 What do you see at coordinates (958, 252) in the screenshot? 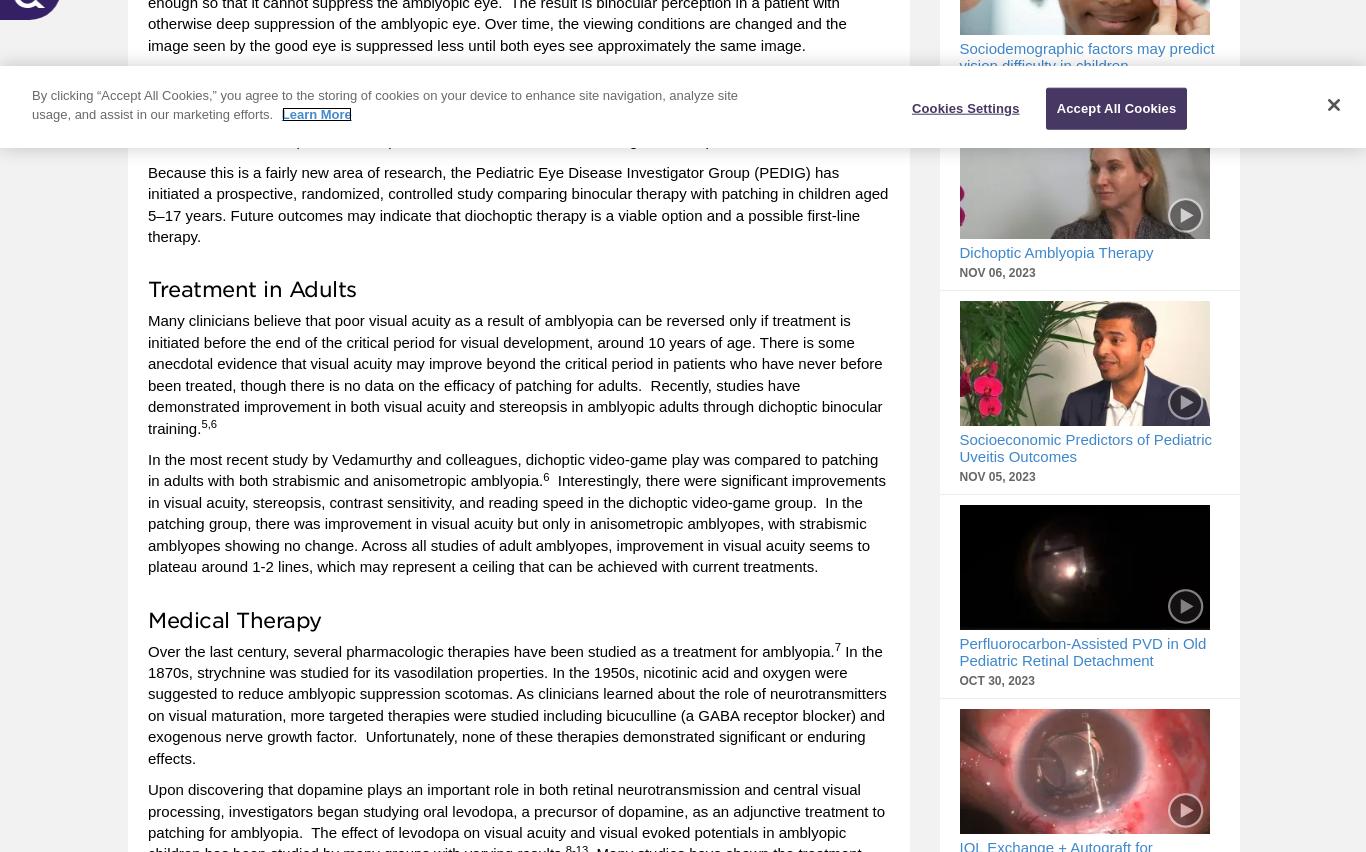
I see `'Dichoptic Amblyopia Therapy'` at bounding box center [958, 252].